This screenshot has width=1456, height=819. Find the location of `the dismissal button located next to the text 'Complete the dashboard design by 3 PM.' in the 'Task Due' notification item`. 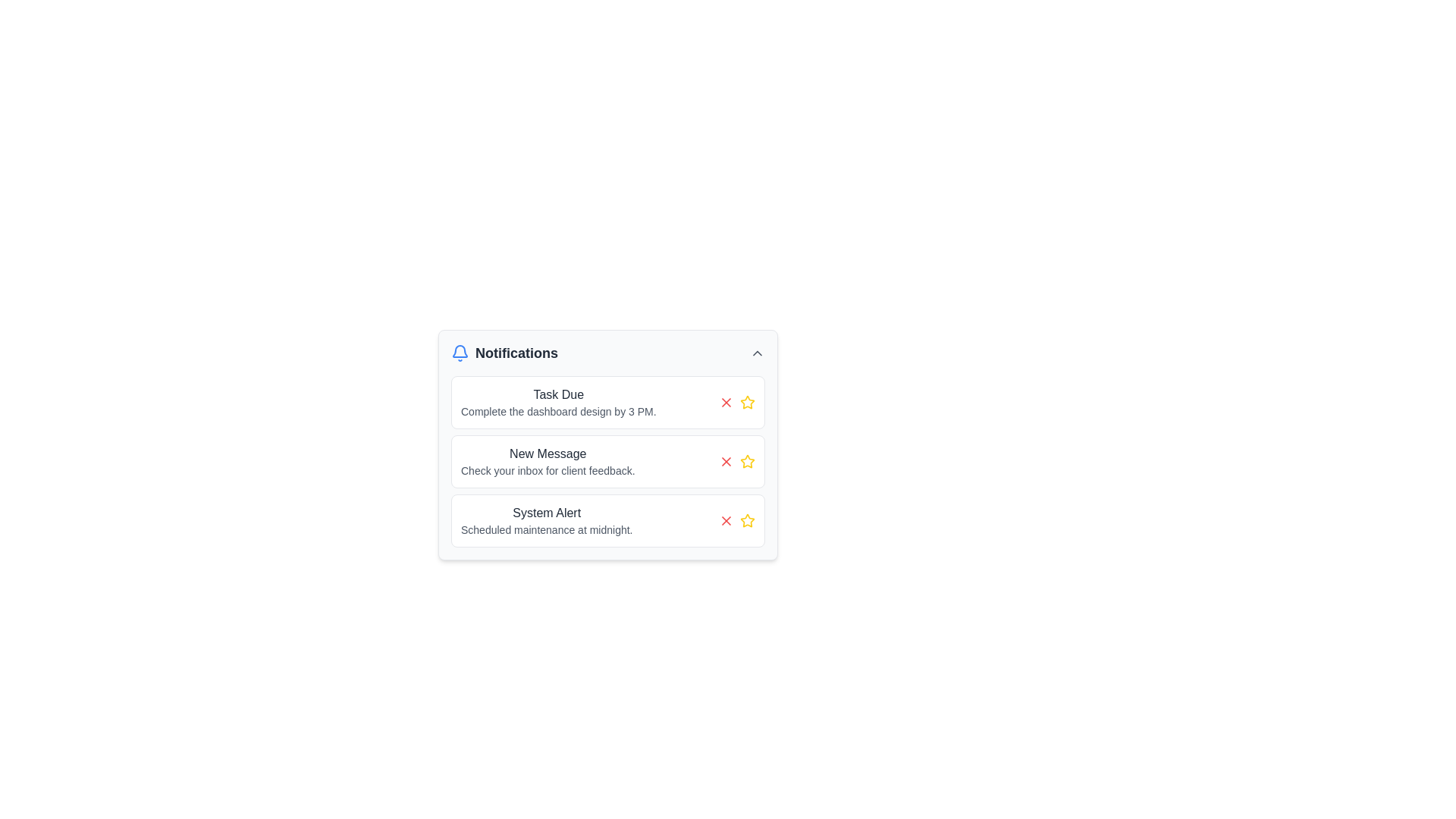

the dismissal button located next to the text 'Complete the dashboard design by 3 PM.' in the 'Task Due' notification item is located at coordinates (726, 402).